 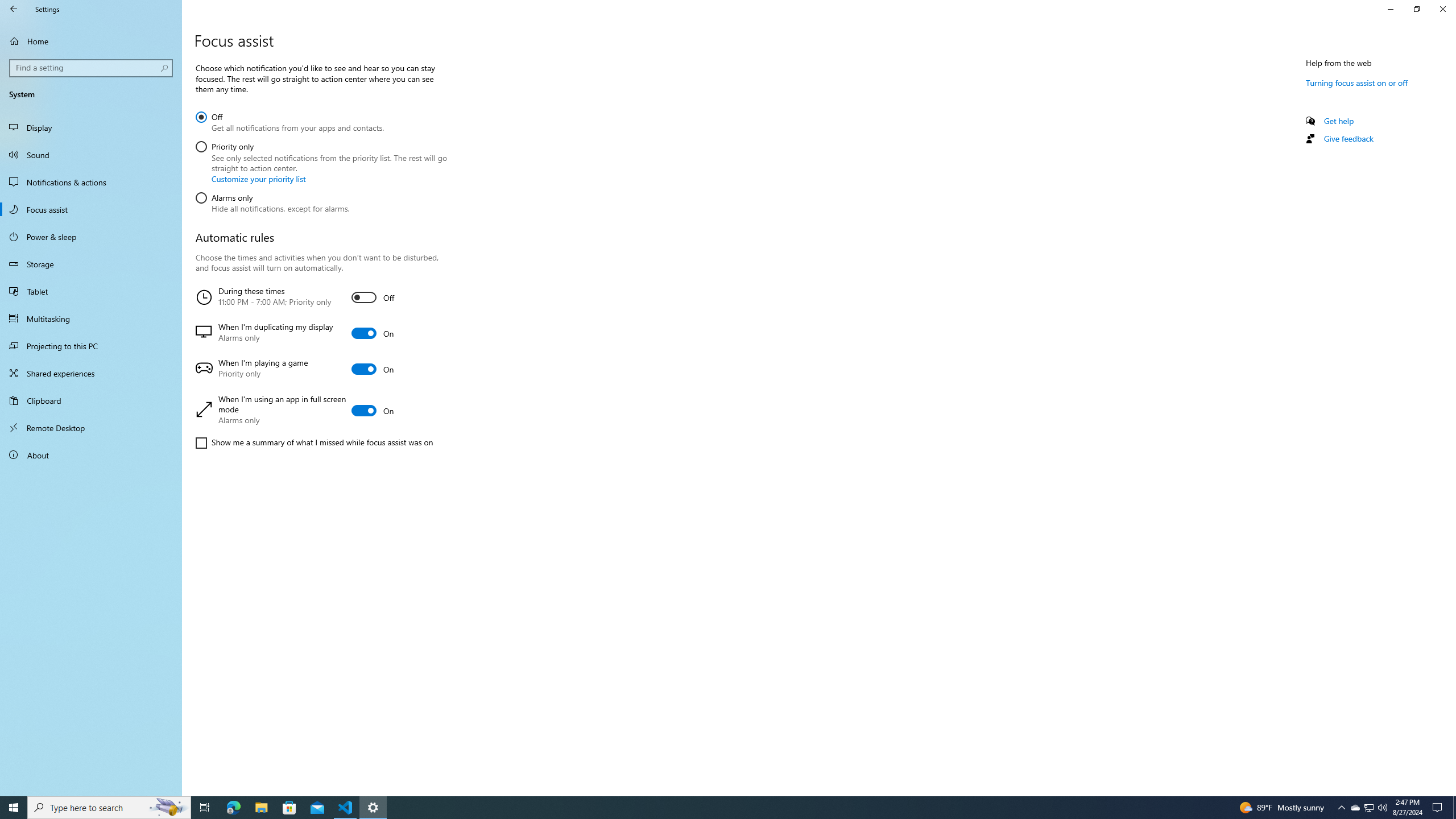 What do you see at coordinates (1439, 806) in the screenshot?
I see `'Action Center, No new notifications'` at bounding box center [1439, 806].